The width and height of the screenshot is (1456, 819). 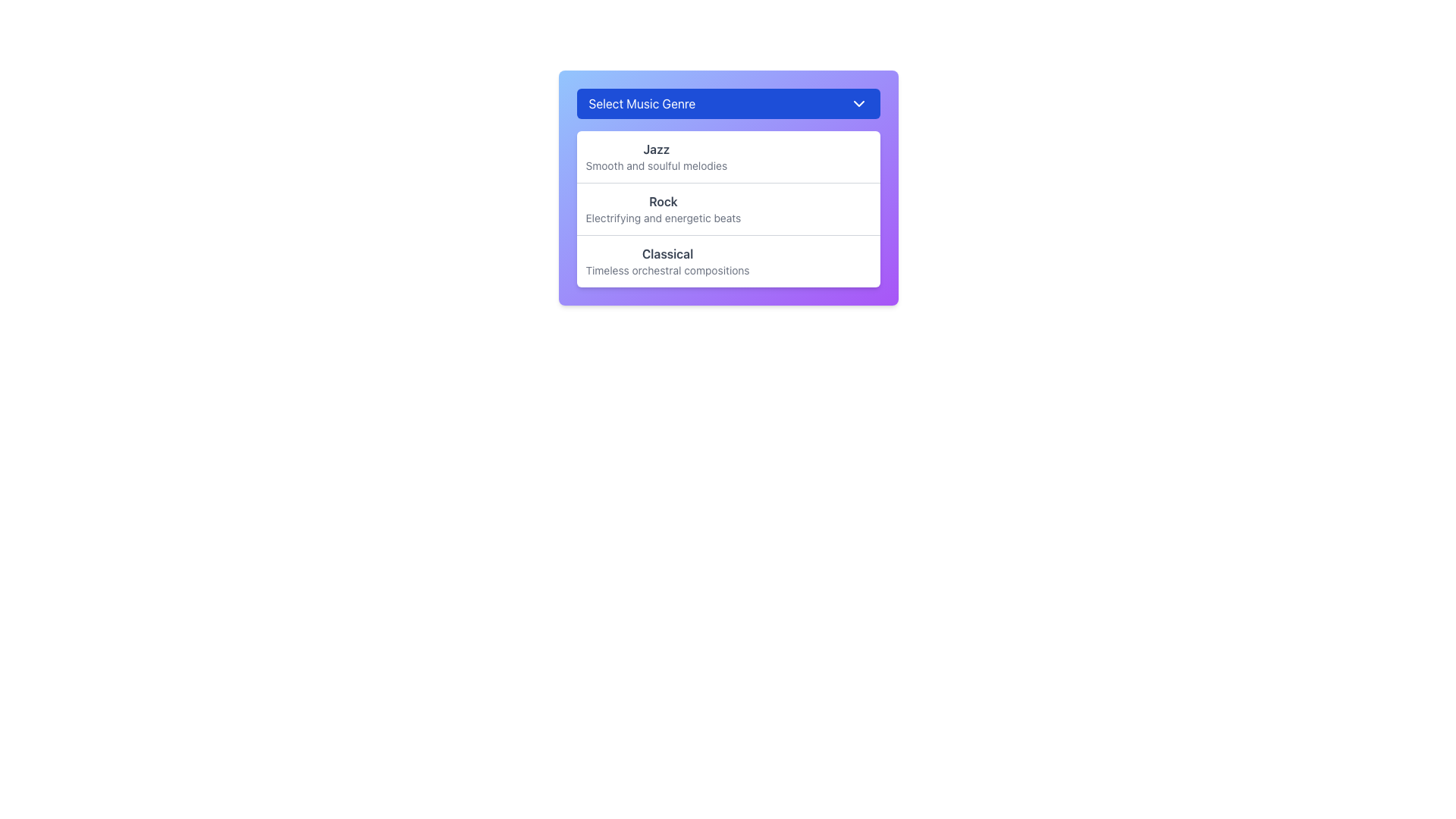 What do you see at coordinates (858, 103) in the screenshot?
I see `the chevron-shaped dropdown toggle icon located in the top-right corner of the 'Select Music Genre' header` at bounding box center [858, 103].